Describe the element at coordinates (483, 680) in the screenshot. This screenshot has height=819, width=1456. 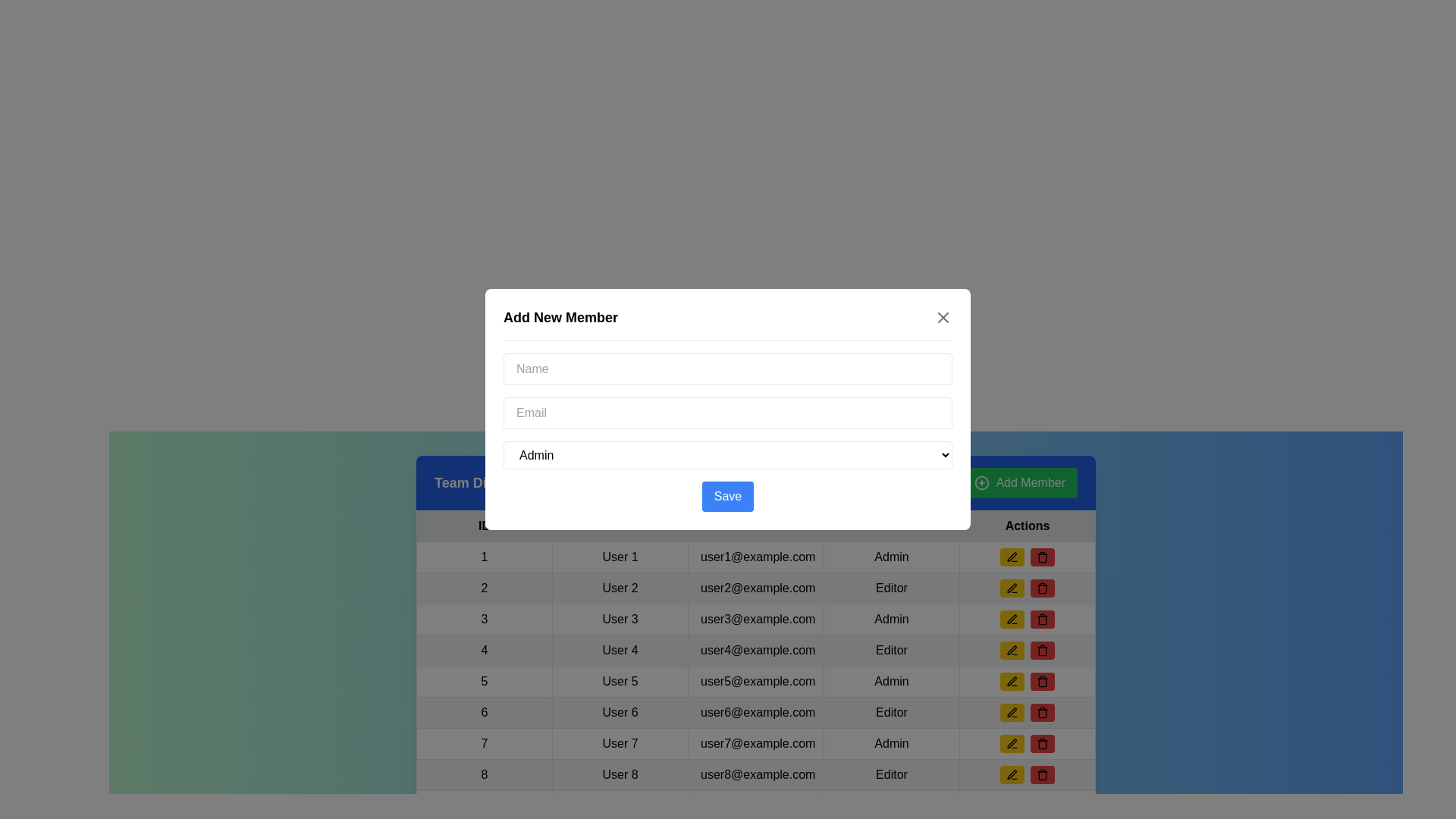
I see `the text label displaying the number '5', which is located in the first cell of the fifth row of a user details table` at that location.